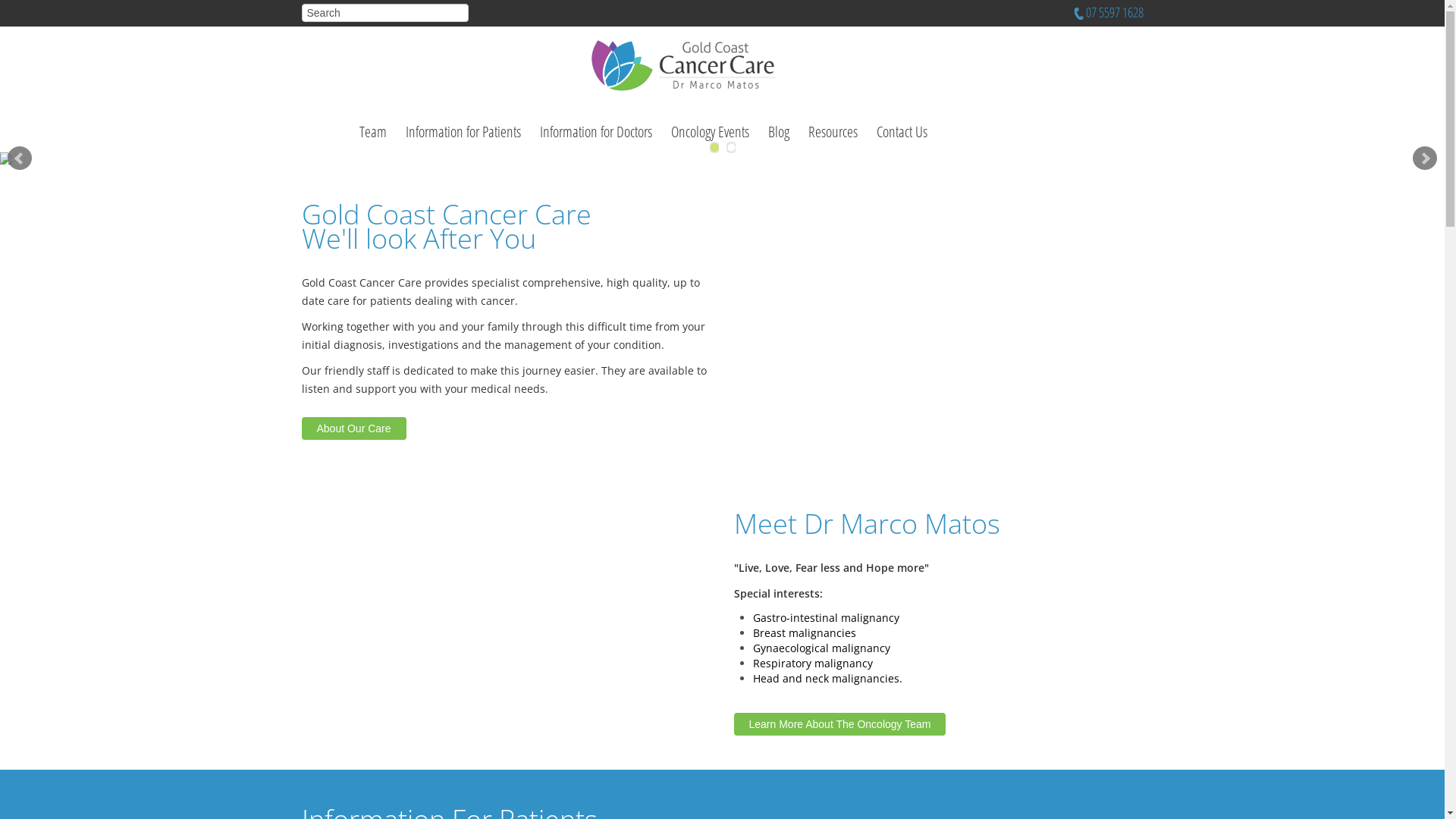 This screenshot has height=819, width=1456. I want to click on 'About Our Care', so click(353, 427).